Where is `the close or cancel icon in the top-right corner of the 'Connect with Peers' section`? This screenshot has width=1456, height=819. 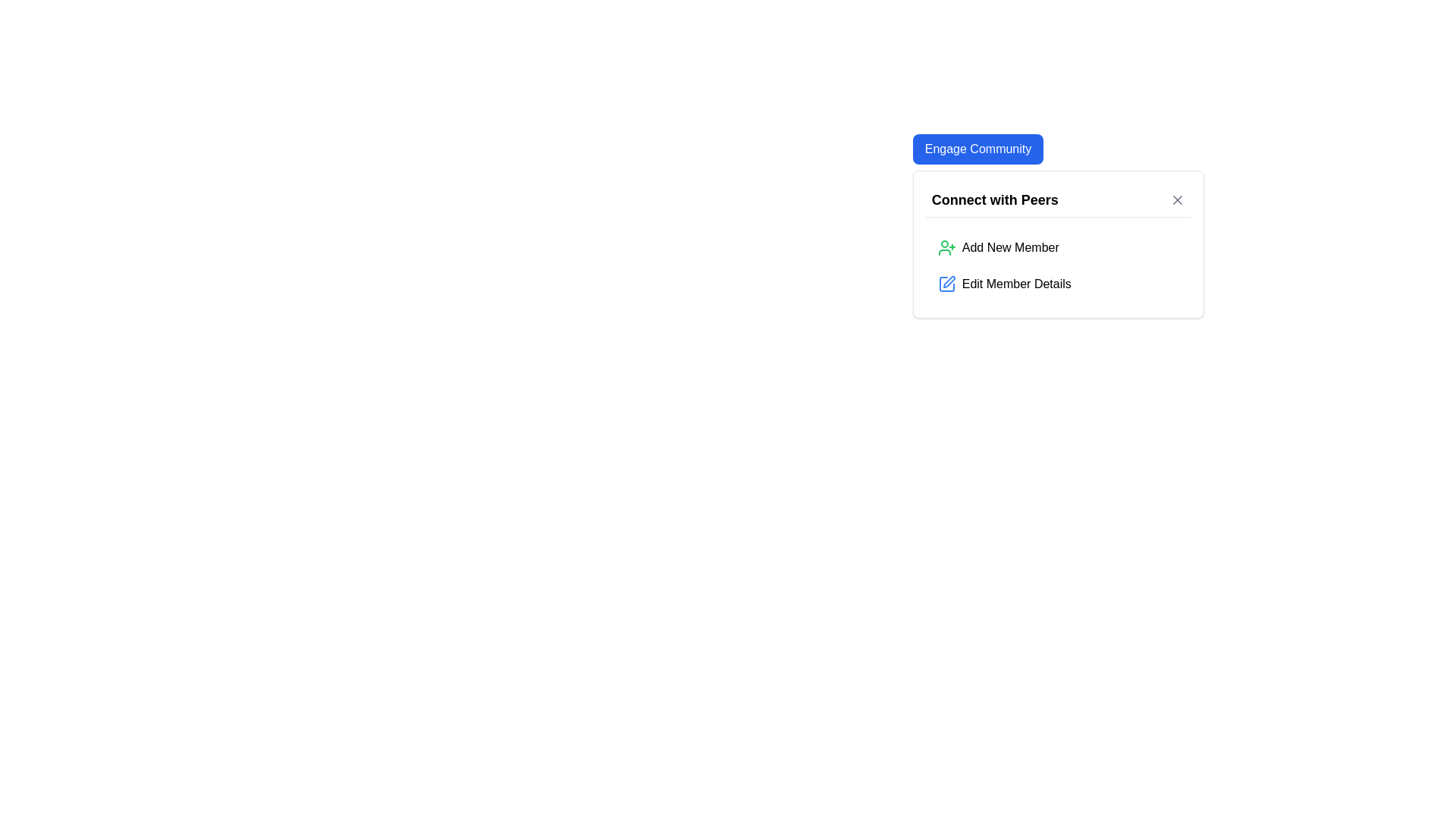
the close or cancel icon in the top-right corner of the 'Connect with Peers' section is located at coordinates (1176, 199).